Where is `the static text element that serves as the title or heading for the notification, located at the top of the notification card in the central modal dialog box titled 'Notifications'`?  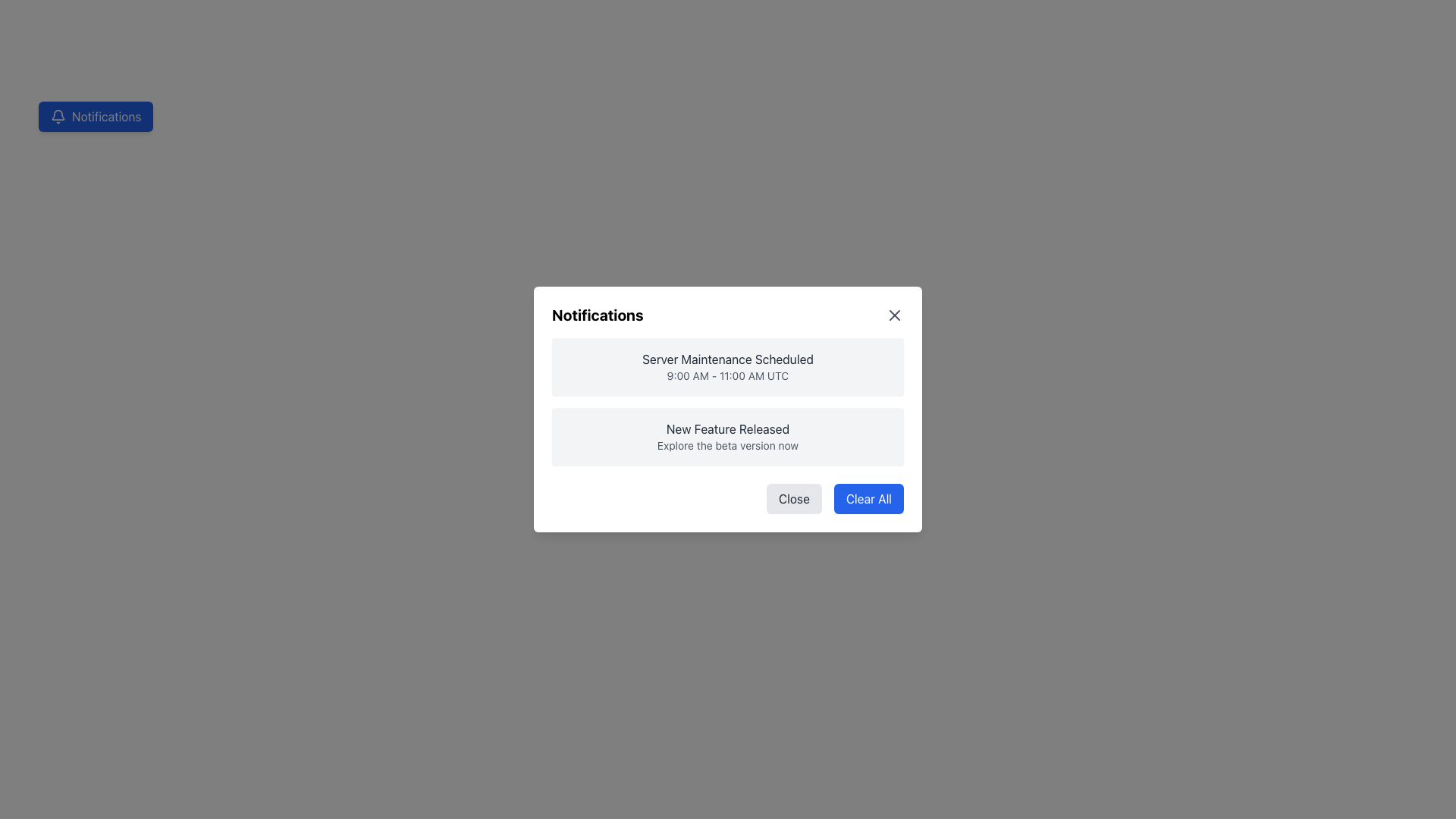 the static text element that serves as the title or heading for the notification, located at the top of the notification card in the central modal dialog box titled 'Notifications' is located at coordinates (728, 359).